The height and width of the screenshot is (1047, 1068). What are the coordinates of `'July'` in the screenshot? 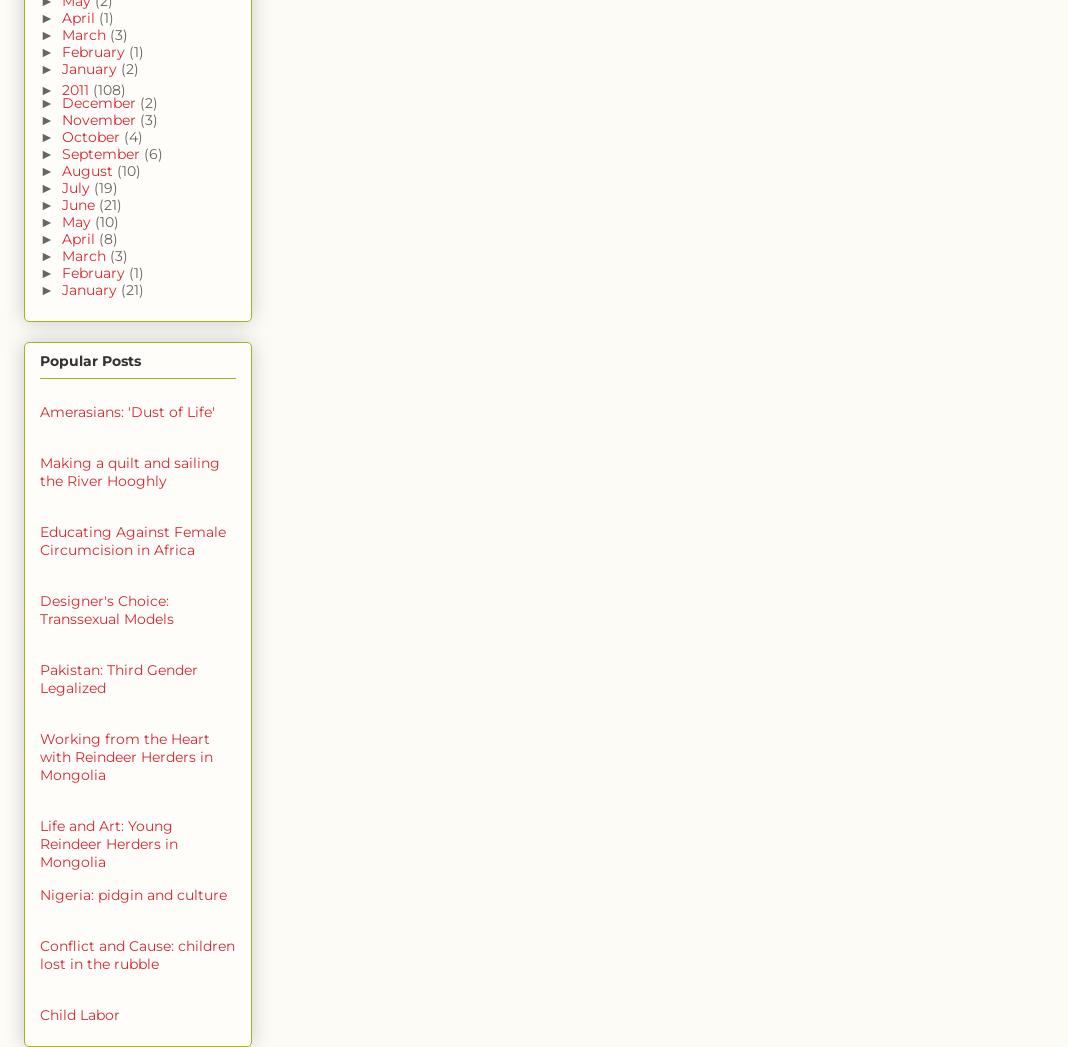 It's located at (76, 188).